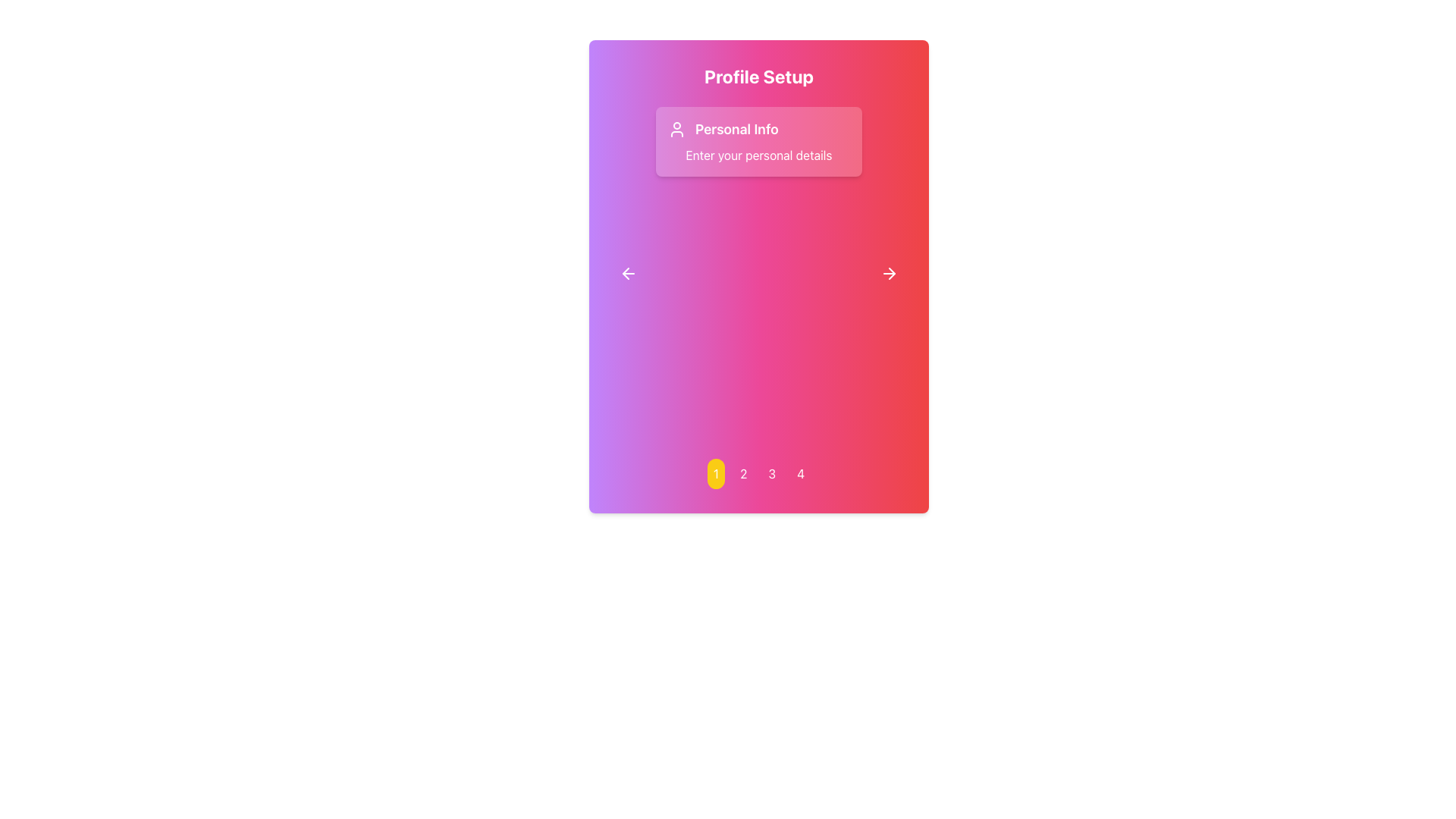  What do you see at coordinates (772, 472) in the screenshot?
I see `the numerical text label displaying the digit '3' with a pink hue, which is positioned within a circular background near the bottom-center of the interface` at bounding box center [772, 472].